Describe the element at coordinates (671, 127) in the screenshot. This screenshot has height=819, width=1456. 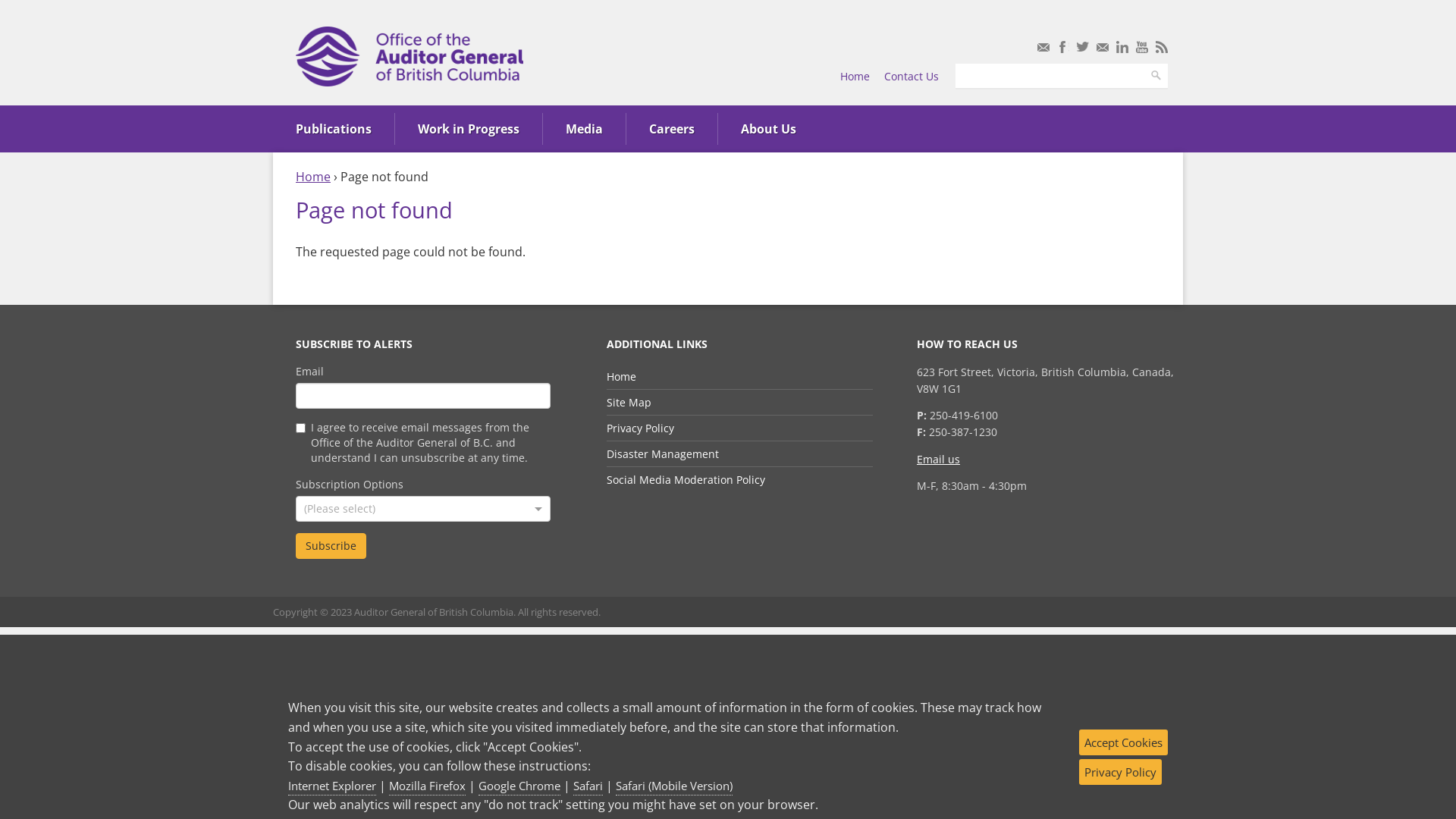
I see `'Careers'` at that location.